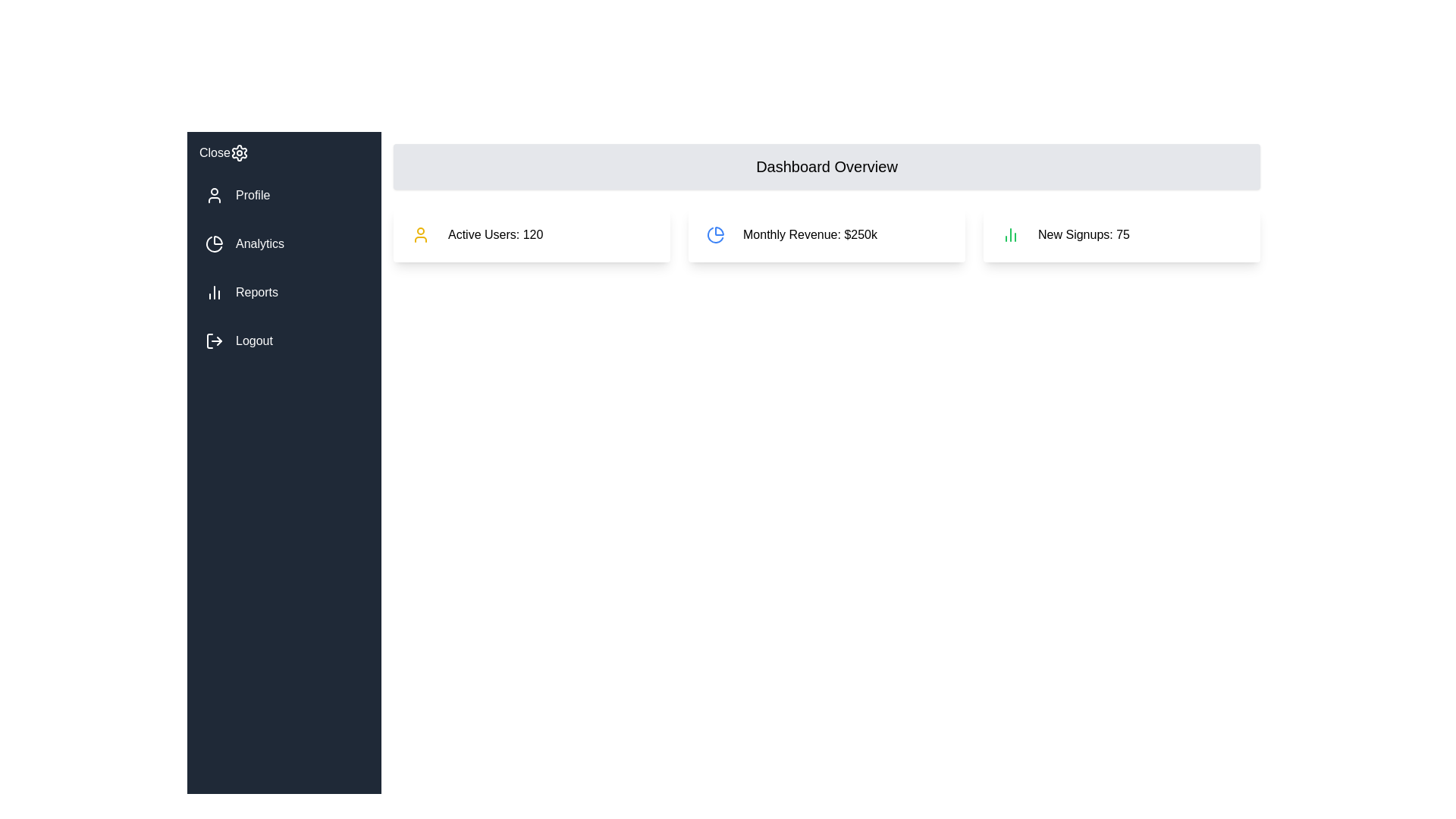 The width and height of the screenshot is (1456, 819). I want to click on the 'Logout' text label element, which is displayed in white sans-serif font on a dark navy-blue background, located at the bottom of the main menu items in the sidebar, so click(254, 341).